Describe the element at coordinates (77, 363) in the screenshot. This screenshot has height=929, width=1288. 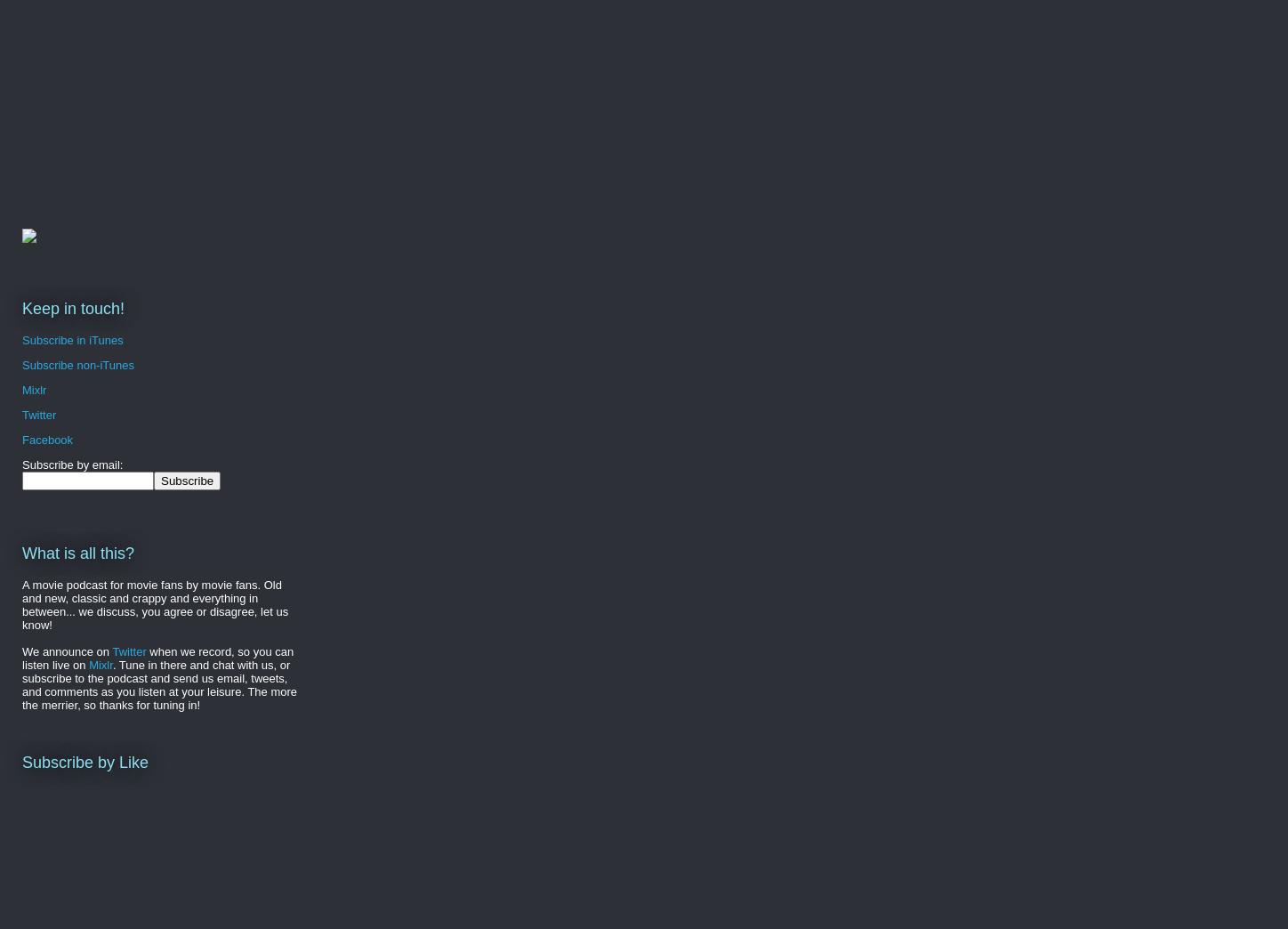
I see `'Subscribe non-iTunes'` at that location.